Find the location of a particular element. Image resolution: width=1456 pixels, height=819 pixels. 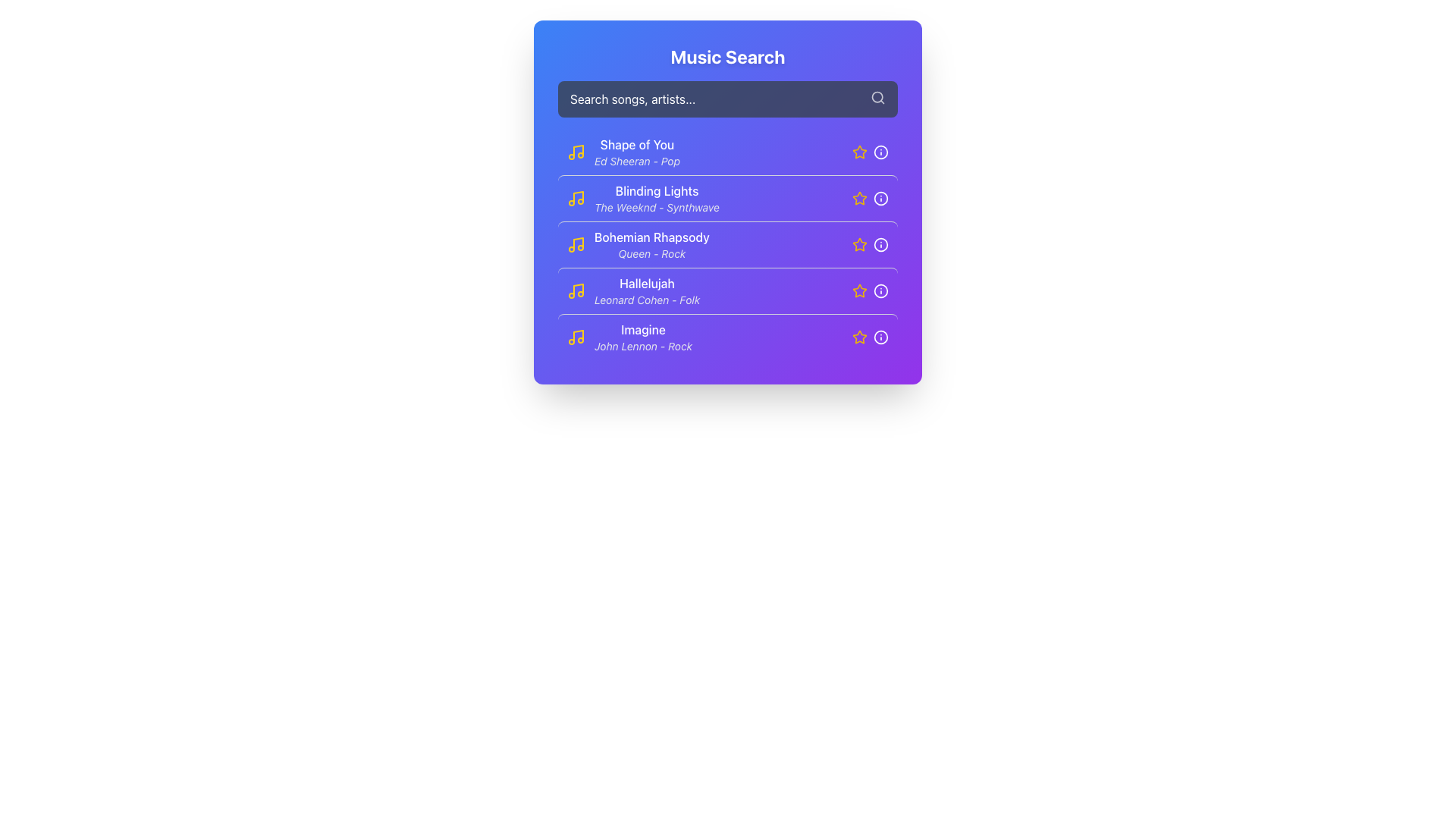

the text element displaying 'Shape of You' is located at coordinates (637, 145).